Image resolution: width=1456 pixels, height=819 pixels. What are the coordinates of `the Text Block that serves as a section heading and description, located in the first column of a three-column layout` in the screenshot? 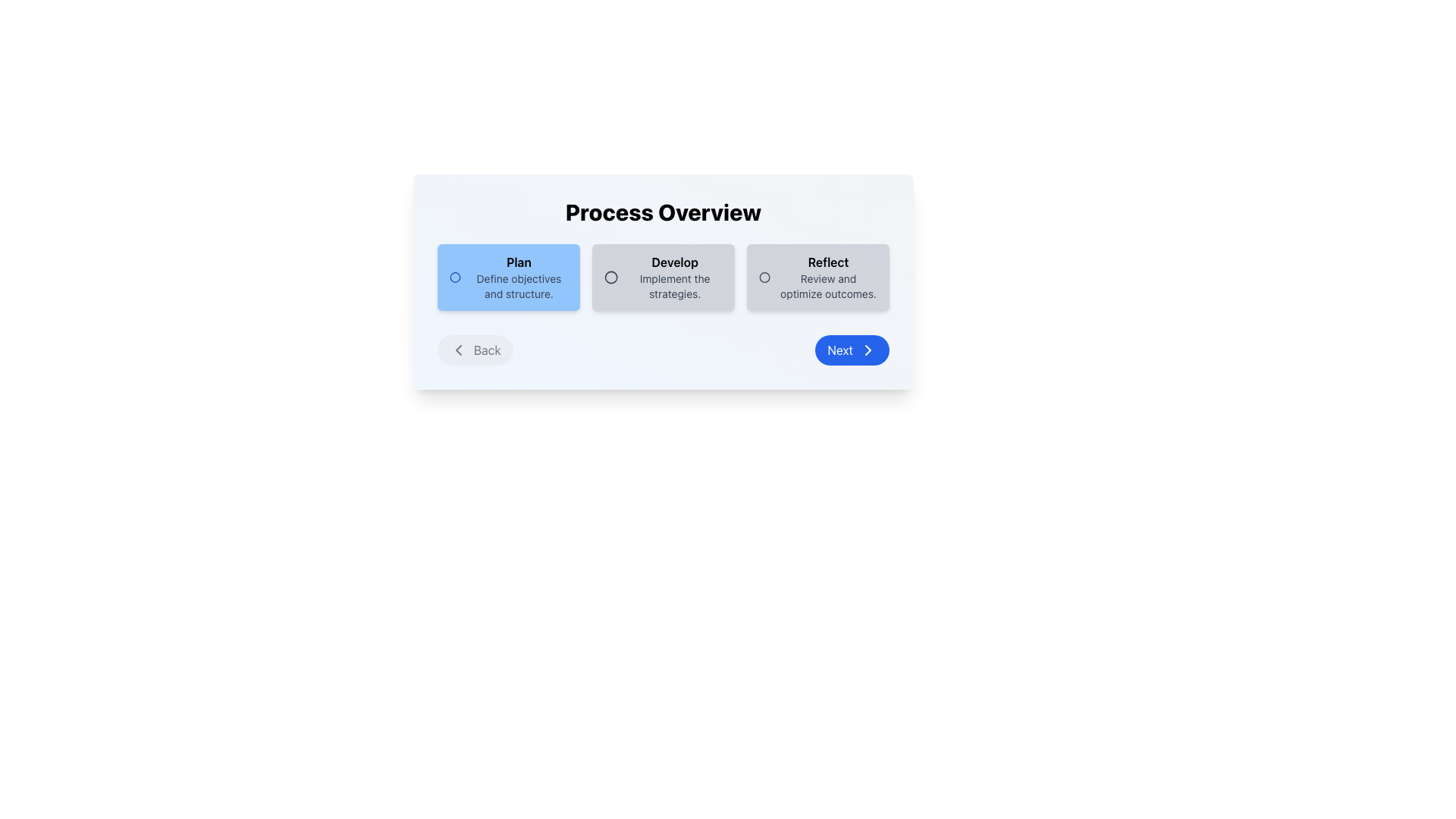 It's located at (519, 278).